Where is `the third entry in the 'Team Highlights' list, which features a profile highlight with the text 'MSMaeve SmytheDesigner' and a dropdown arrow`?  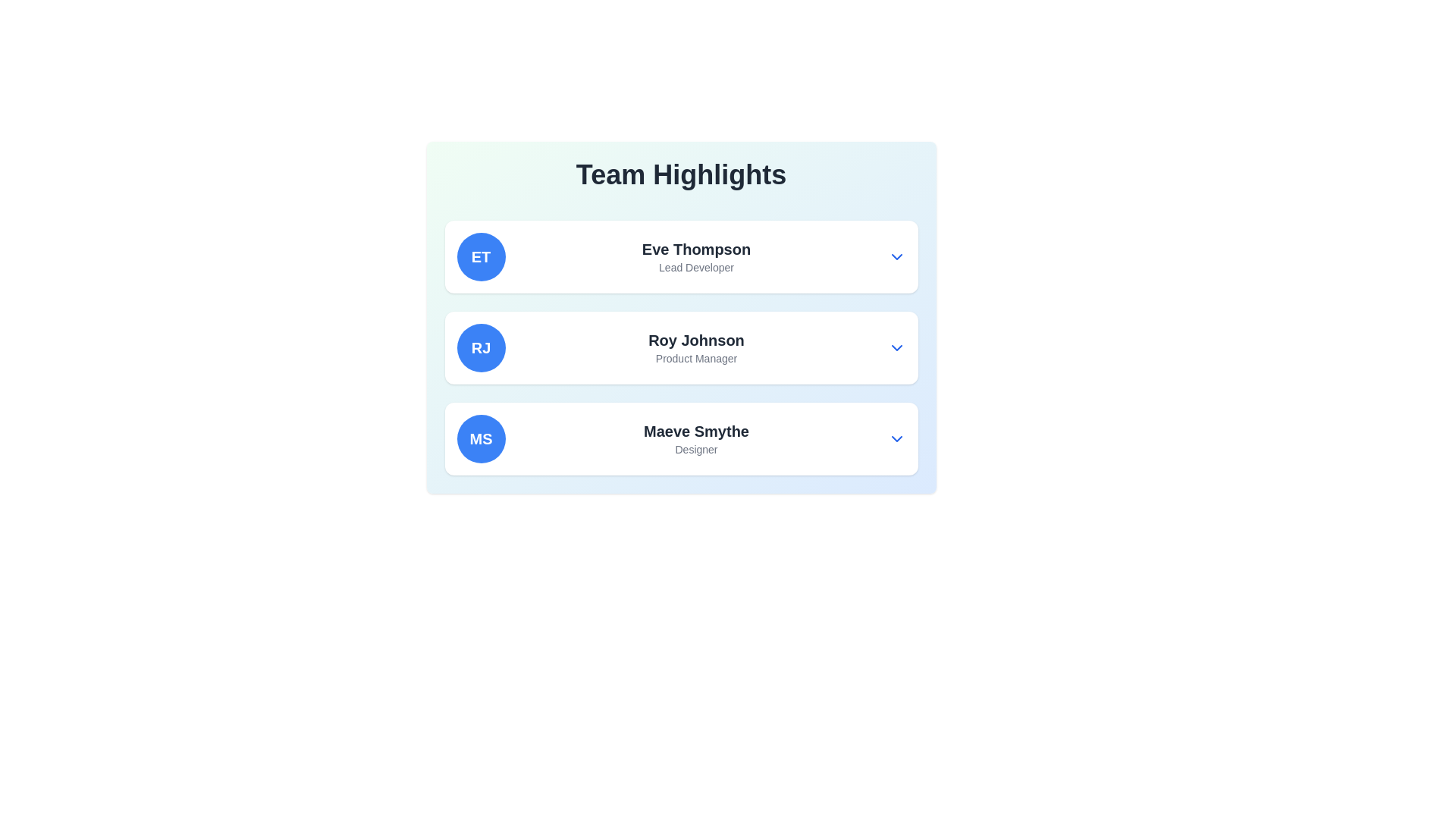 the third entry in the 'Team Highlights' list, which features a profile highlight with the text 'MSMaeve SmytheDesigner' and a dropdown arrow is located at coordinates (680, 438).